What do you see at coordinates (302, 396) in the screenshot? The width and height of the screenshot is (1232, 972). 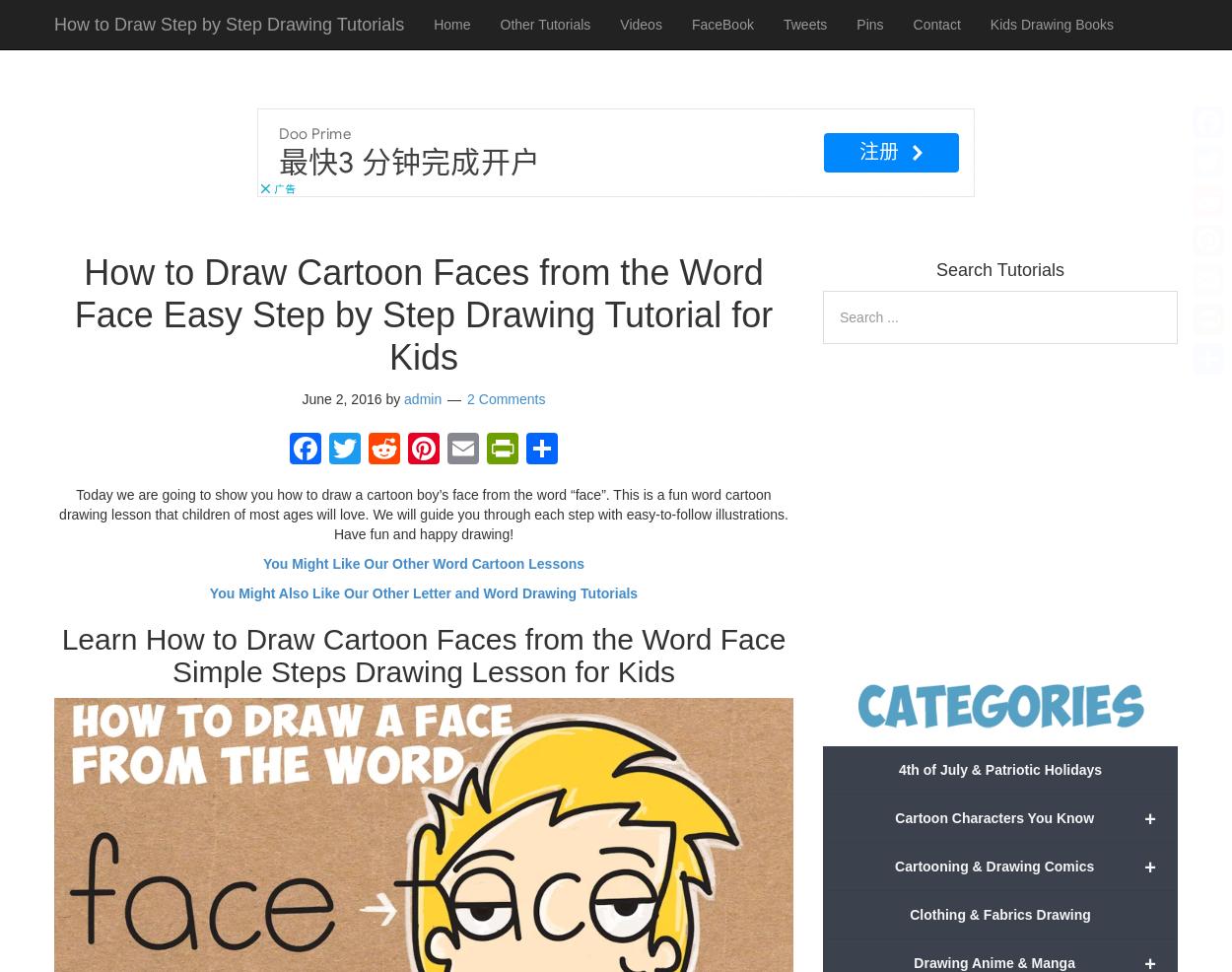 I see `'June 2, 2016'` at bounding box center [302, 396].